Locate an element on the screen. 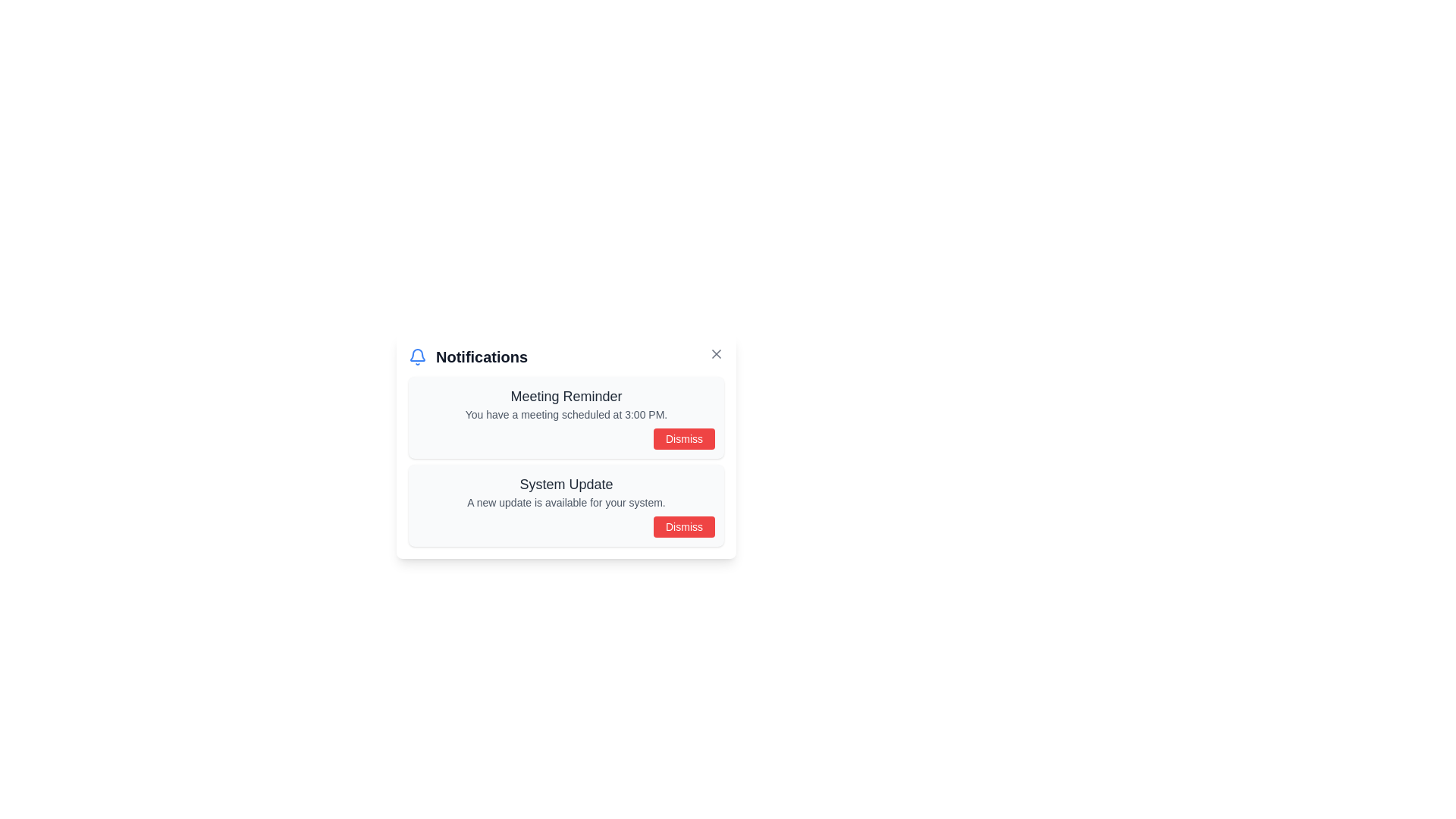 Image resolution: width=1456 pixels, height=819 pixels. the small gray 'X' icon button located in the upper-right corner of the 'Notifications' header section to observe the hover effect is located at coordinates (716, 353).